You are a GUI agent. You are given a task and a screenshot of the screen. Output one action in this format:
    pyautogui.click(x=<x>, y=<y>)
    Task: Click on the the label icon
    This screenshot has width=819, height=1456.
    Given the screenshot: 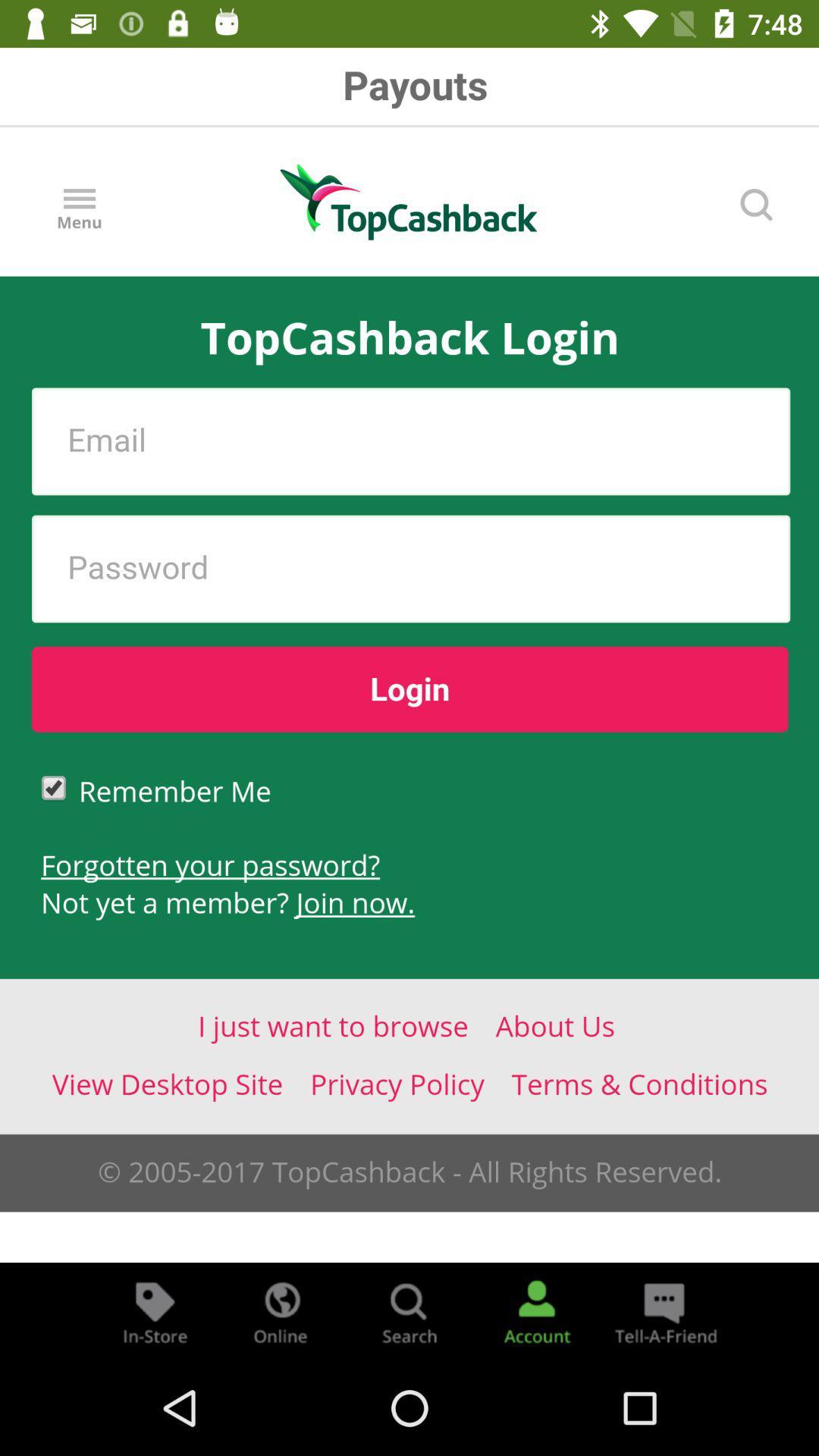 What is the action you would take?
    pyautogui.click(x=155, y=1310)
    